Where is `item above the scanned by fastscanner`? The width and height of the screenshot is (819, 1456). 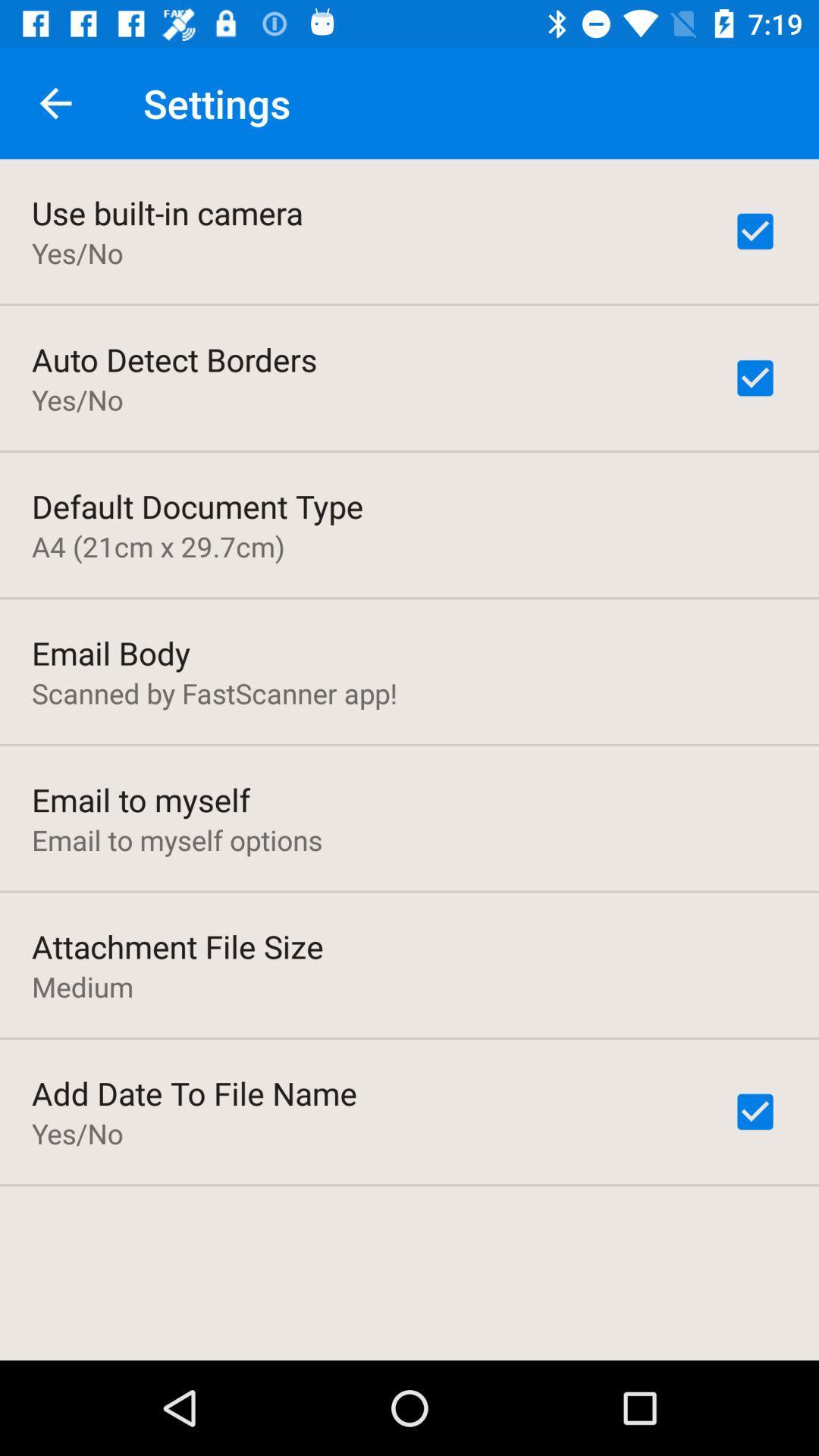
item above the scanned by fastscanner is located at coordinates (110, 652).